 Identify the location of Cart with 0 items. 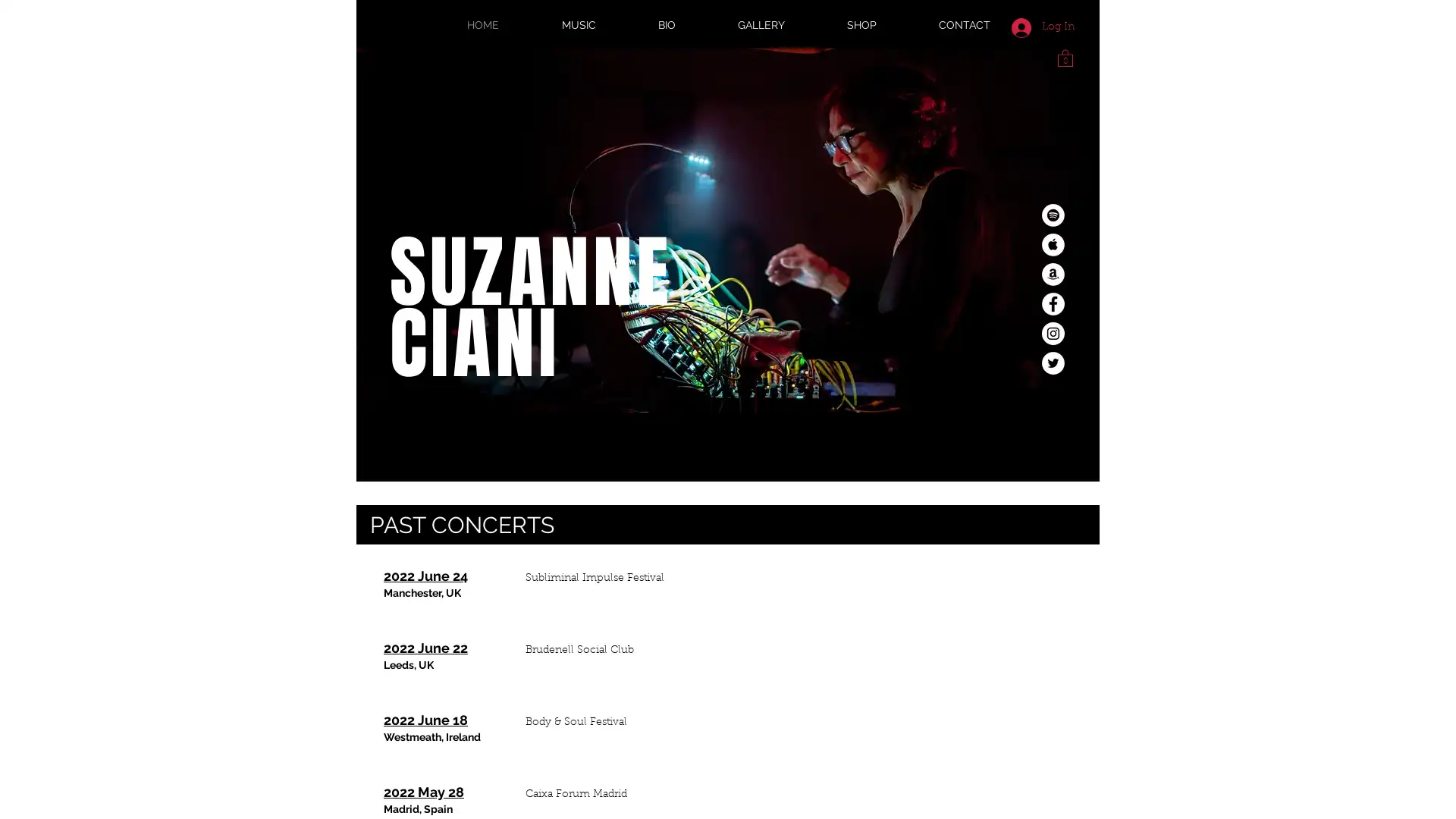
(1065, 56).